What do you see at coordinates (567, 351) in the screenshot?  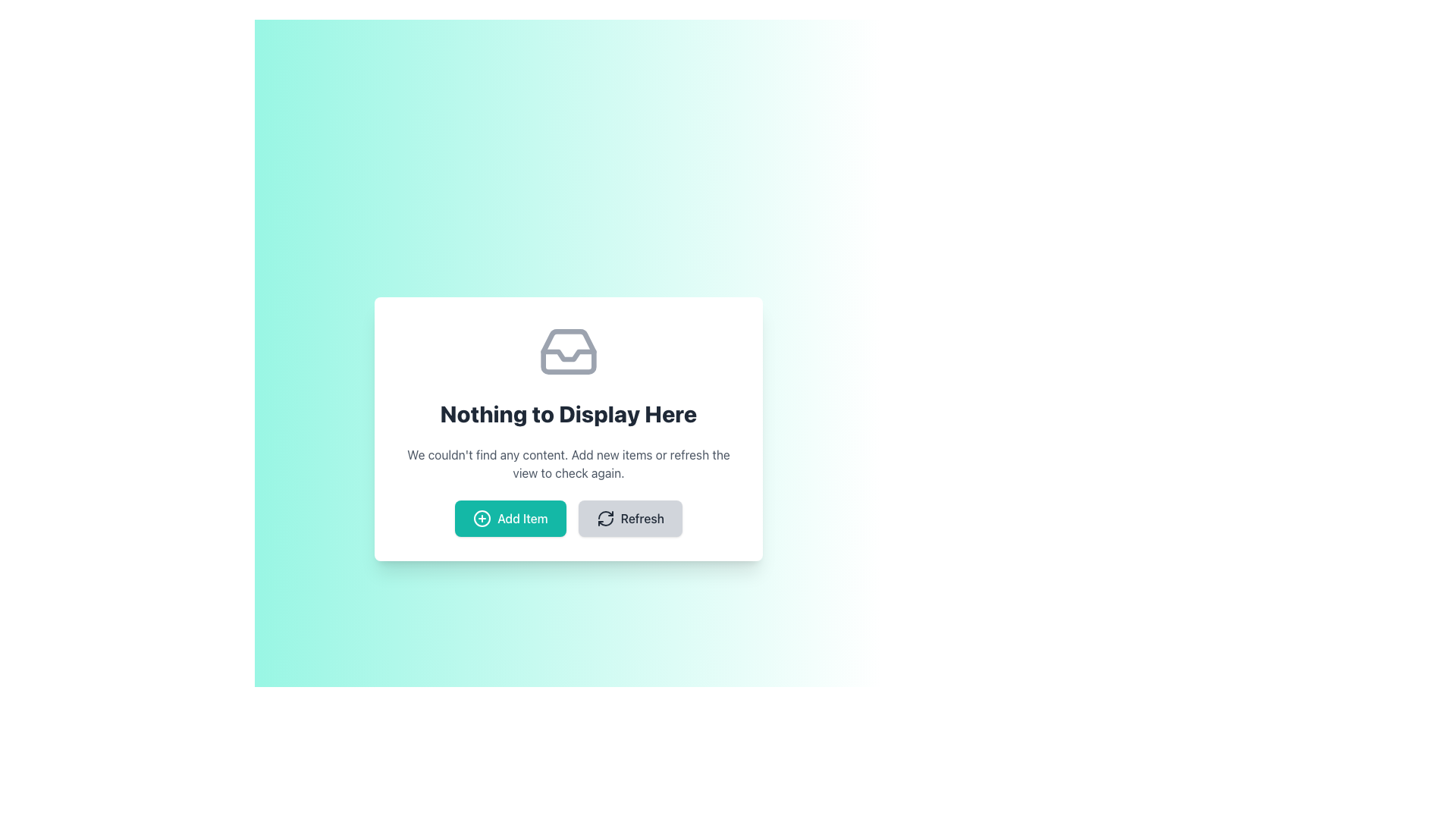 I see `the decorative icon indicating the absence of data, which is located in the middle of the card titled 'Nothing` at bounding box center [567, 351].